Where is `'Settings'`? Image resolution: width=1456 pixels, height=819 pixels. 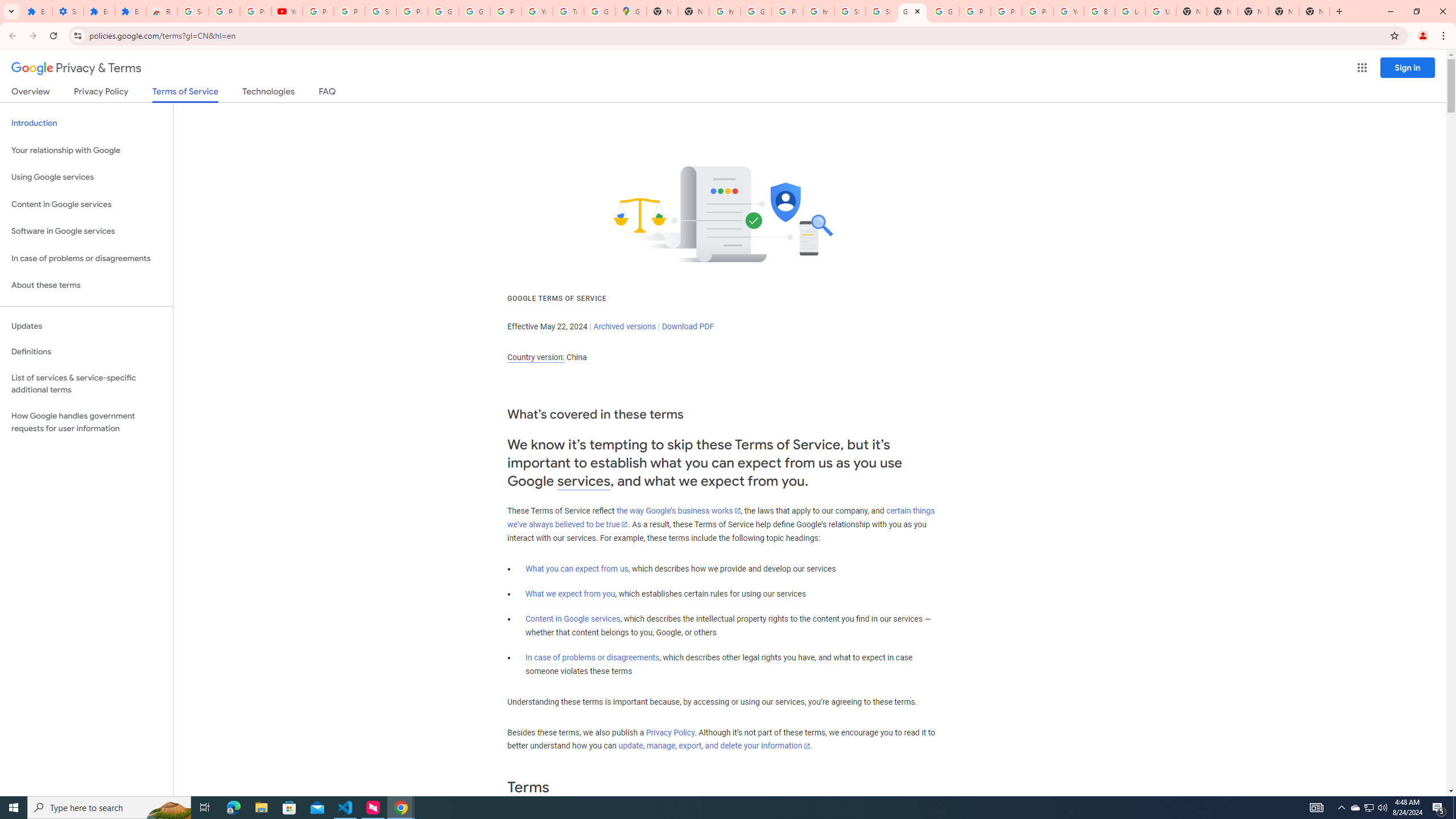 'Settings' is located at coordinates (67, 11).